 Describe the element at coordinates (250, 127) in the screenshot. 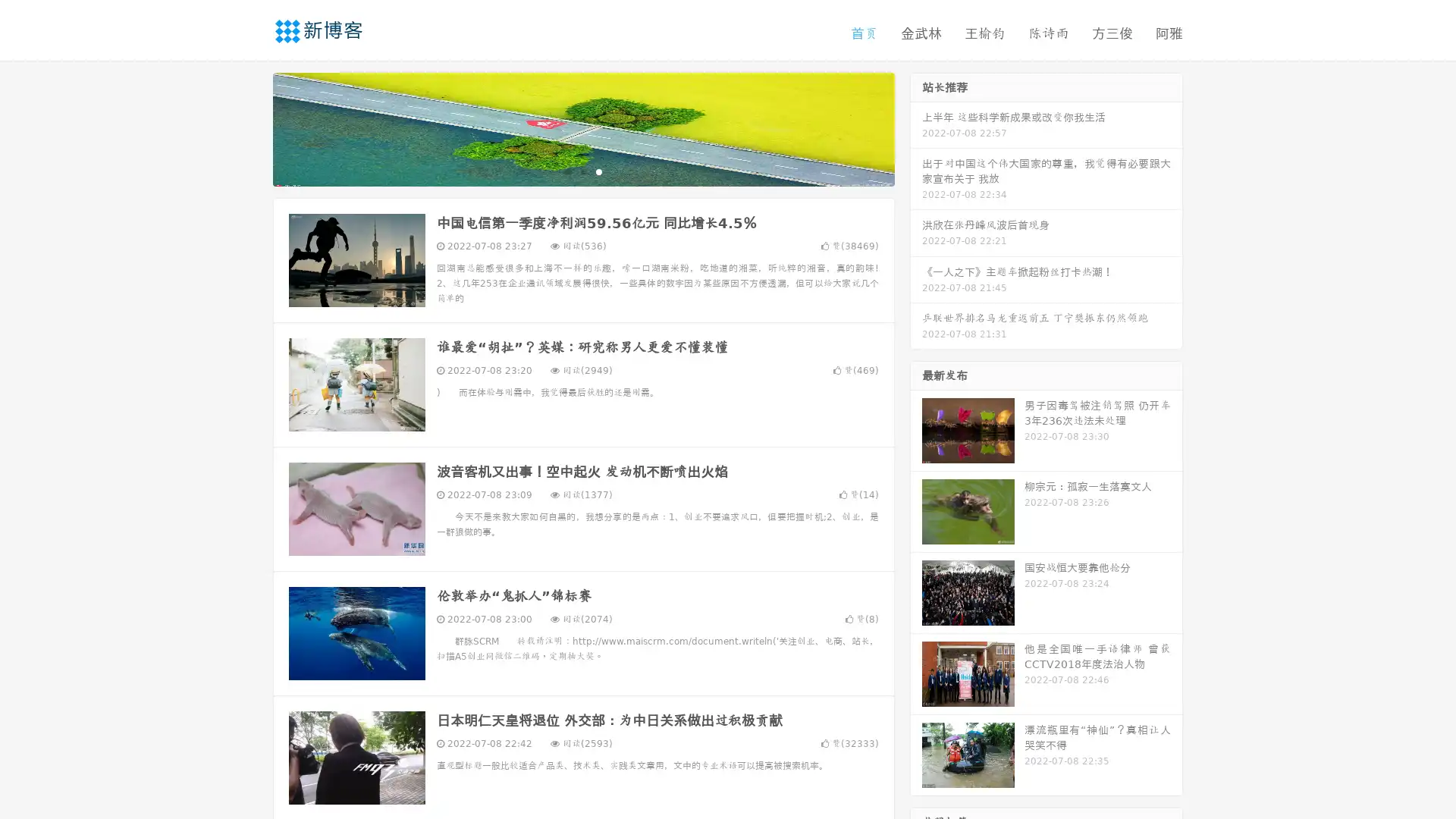

I see `Previous slide` at that location.